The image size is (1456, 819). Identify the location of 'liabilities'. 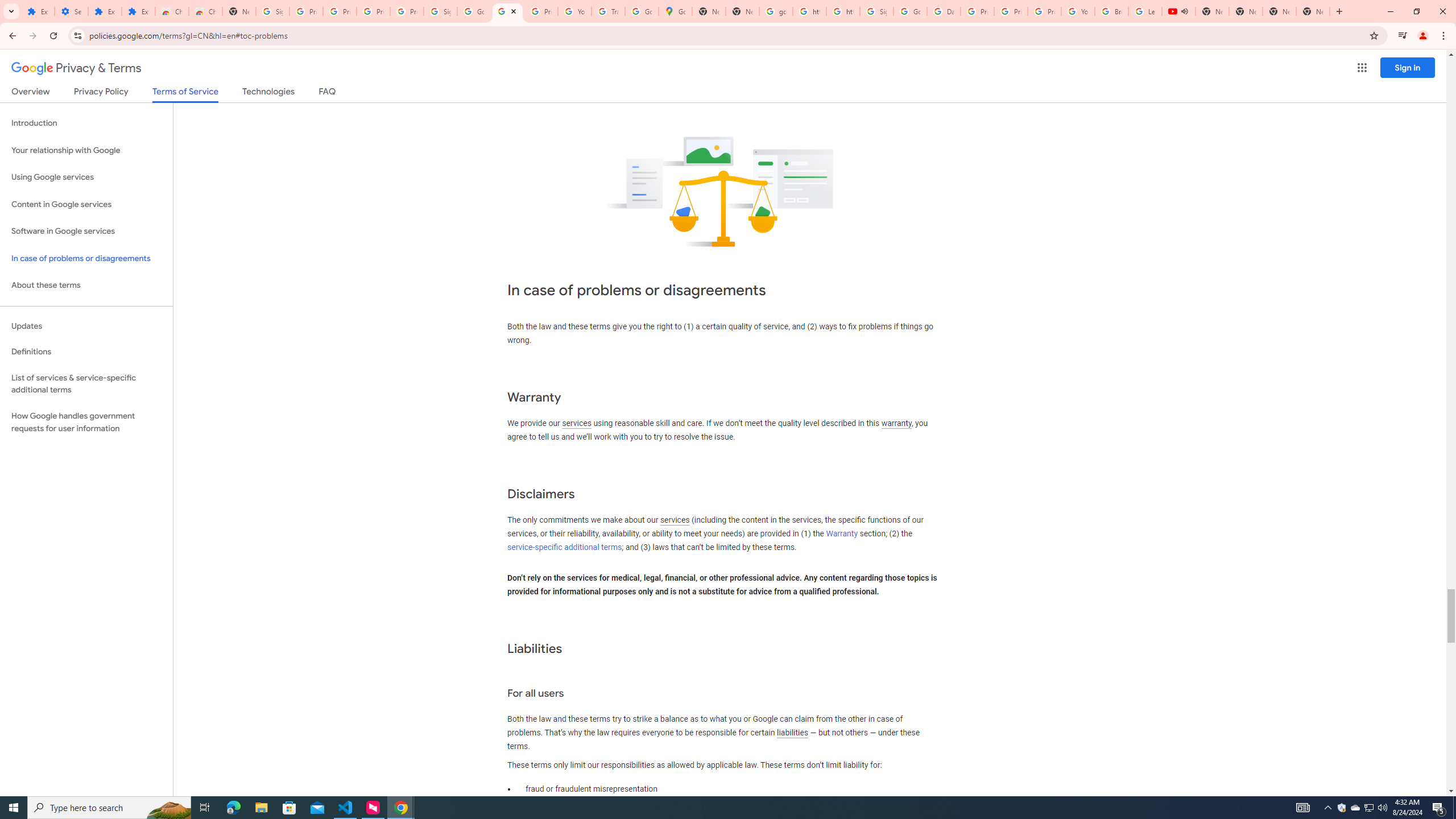
(791, 732).